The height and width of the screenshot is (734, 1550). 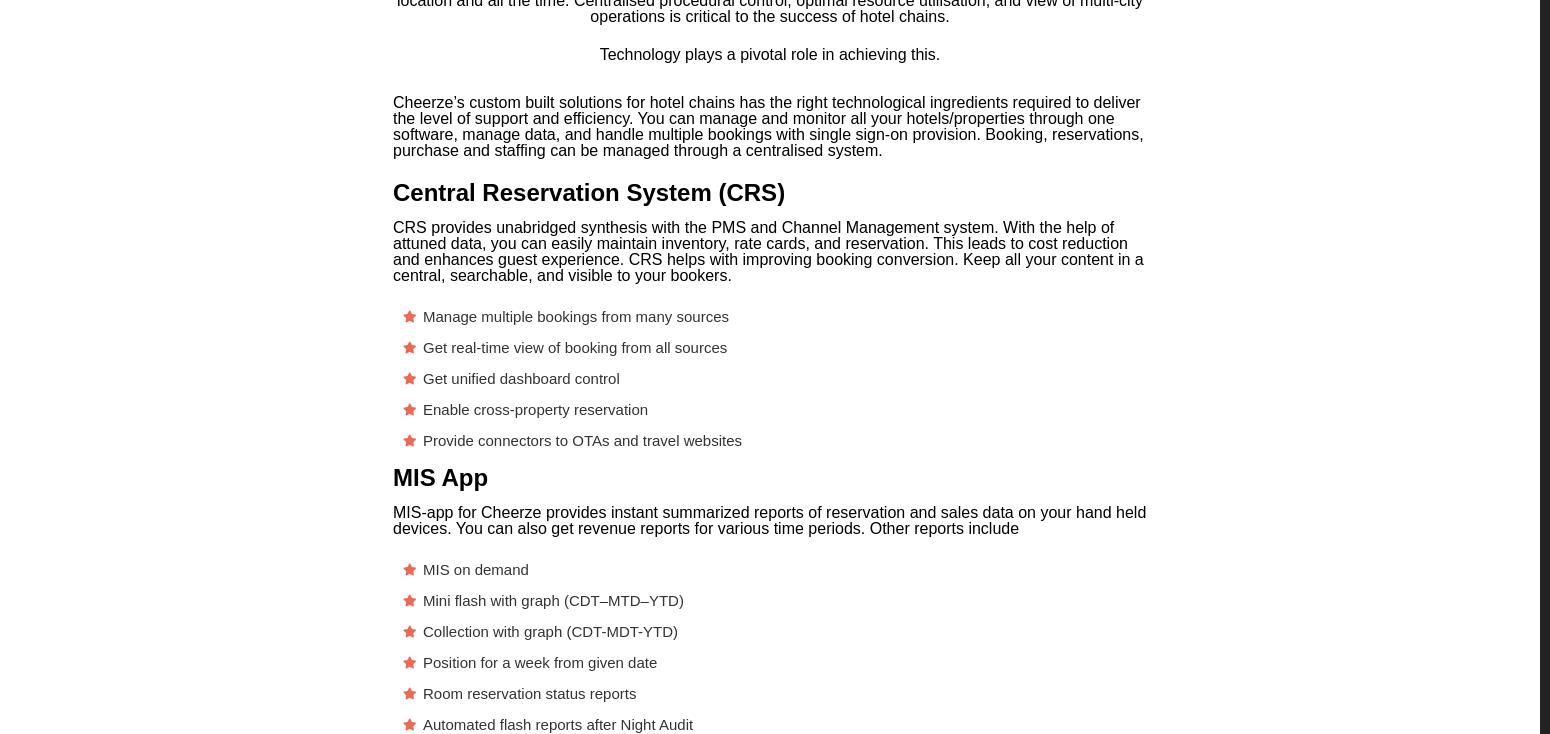 I want to click on 'Position for a week from given date', so click(x=539, y=661).